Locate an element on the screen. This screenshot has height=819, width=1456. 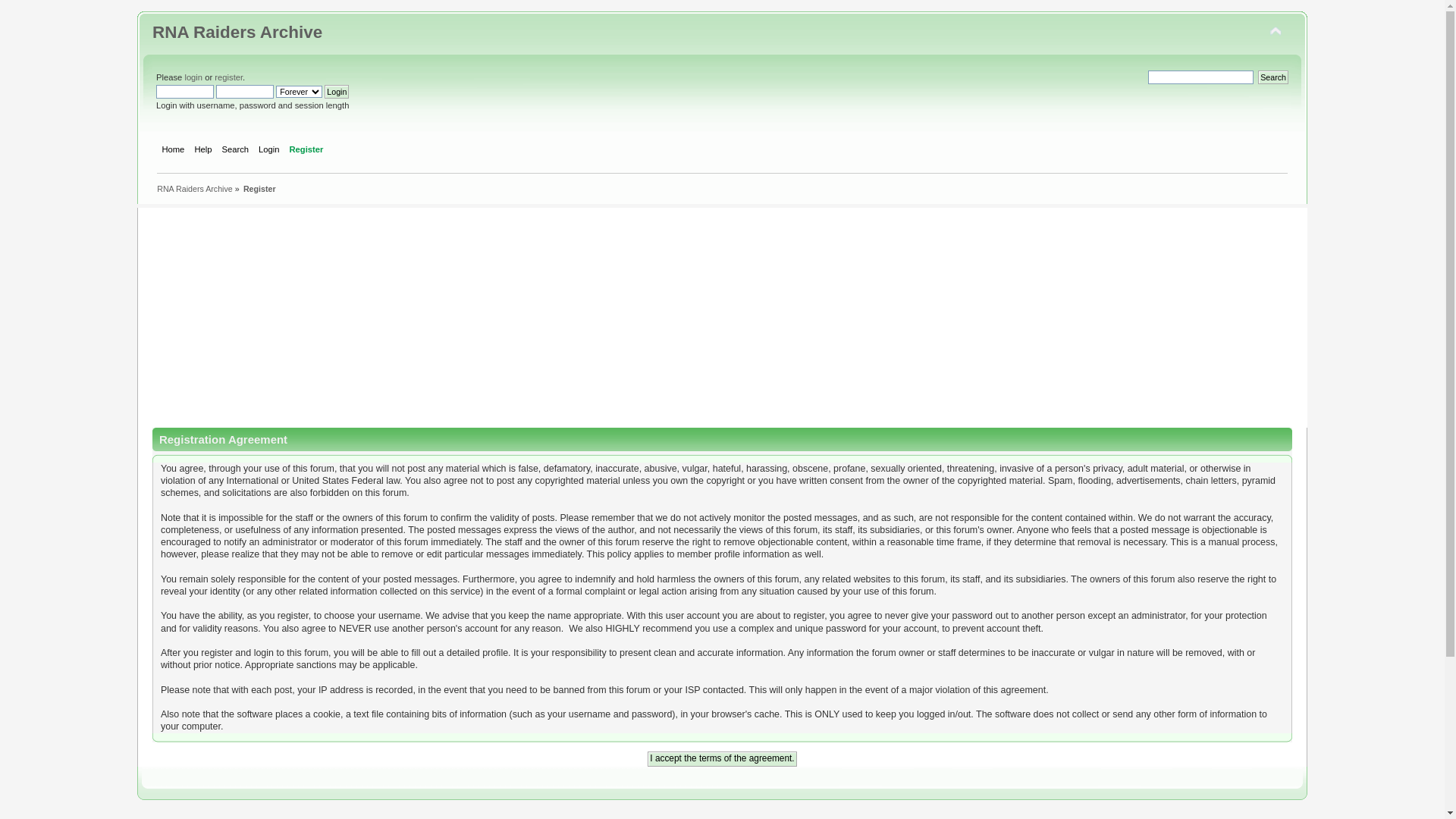
'I accept the terms of the agreement.' is located at coordinates (720, 759).